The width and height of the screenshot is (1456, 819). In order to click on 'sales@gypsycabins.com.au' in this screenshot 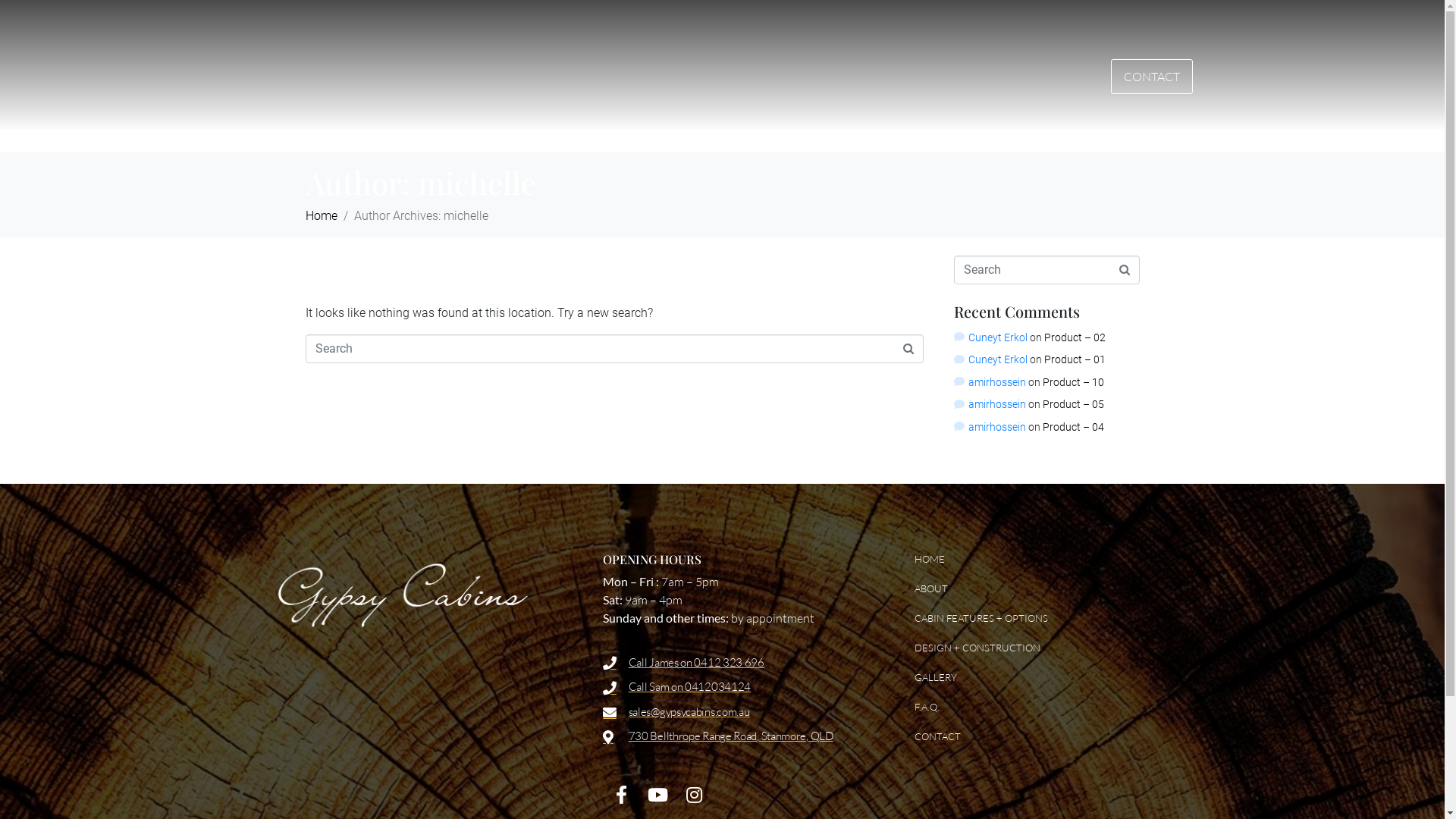, I will do `click(739, 712)`.